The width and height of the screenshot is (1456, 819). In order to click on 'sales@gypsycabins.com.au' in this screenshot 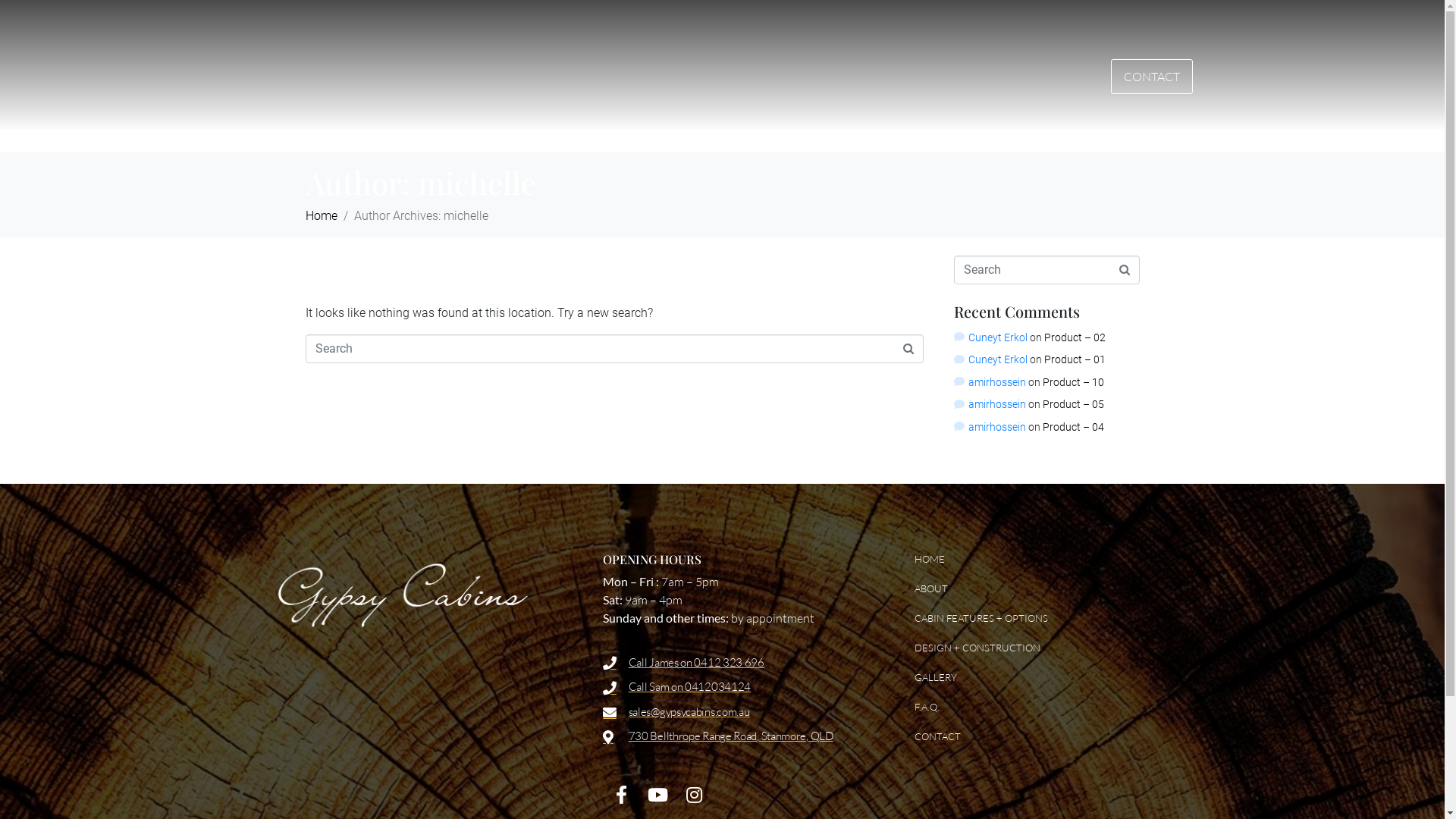, I will do `click(739, 712)`.